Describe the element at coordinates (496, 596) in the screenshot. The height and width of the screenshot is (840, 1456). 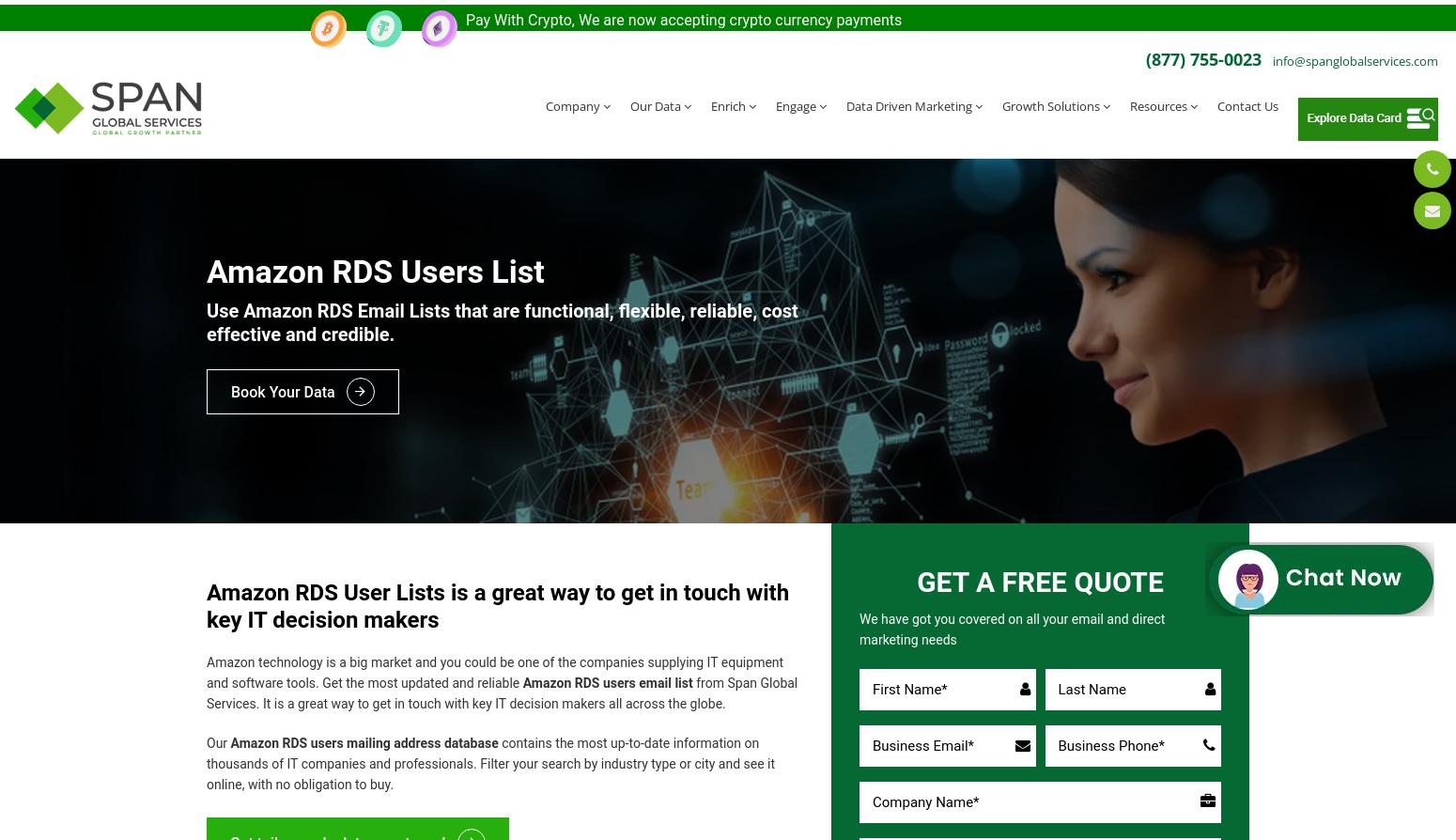
I see `'Amazon RDS User Lists is a great way to get in touch with key IT decision makers'` at that location.